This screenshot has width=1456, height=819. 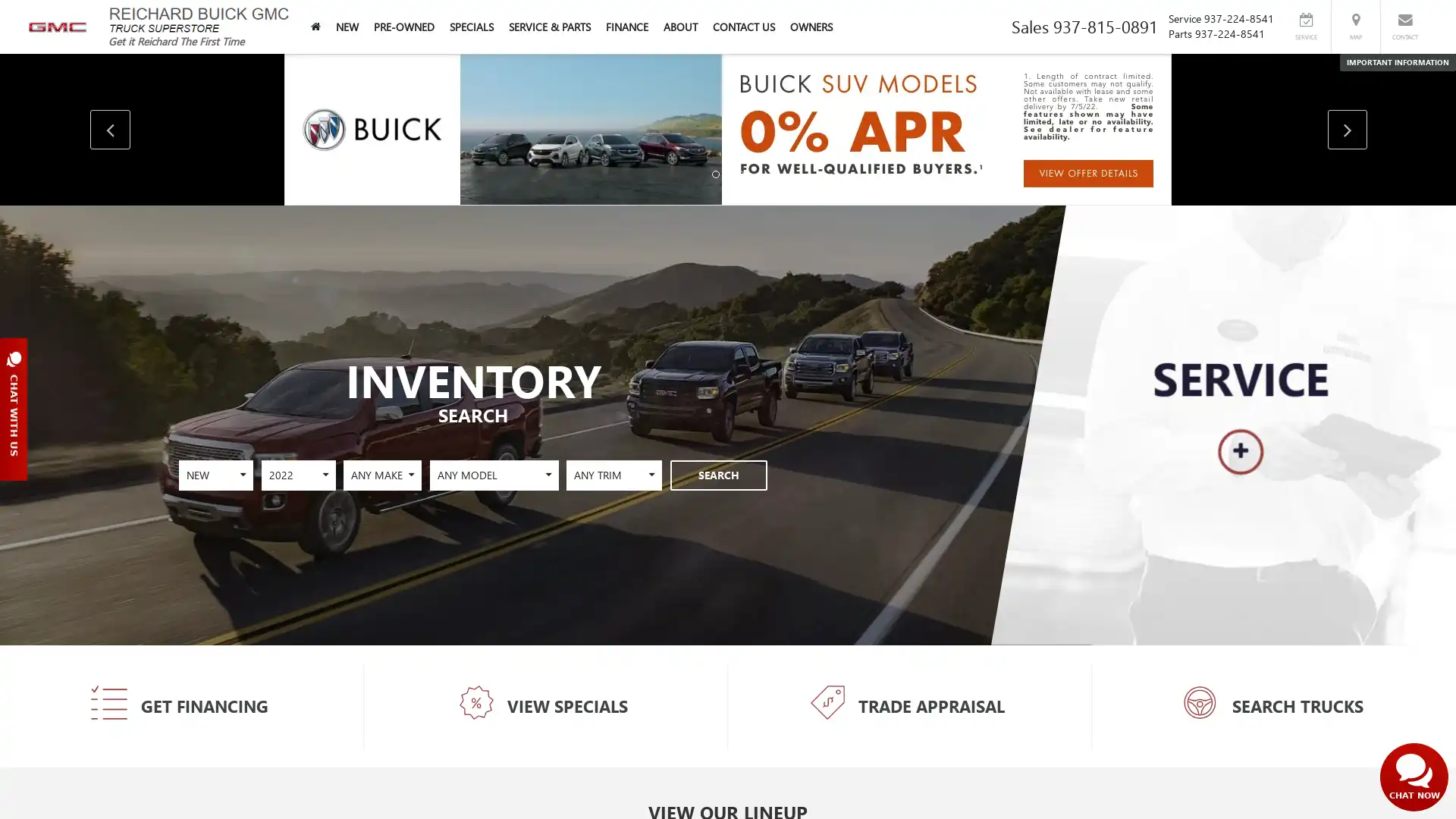 What do you see at coordinates (1414, 777) in the screenshot?
I see `Chat Icon CHAT NOW` at bounding box center [1414, 777].